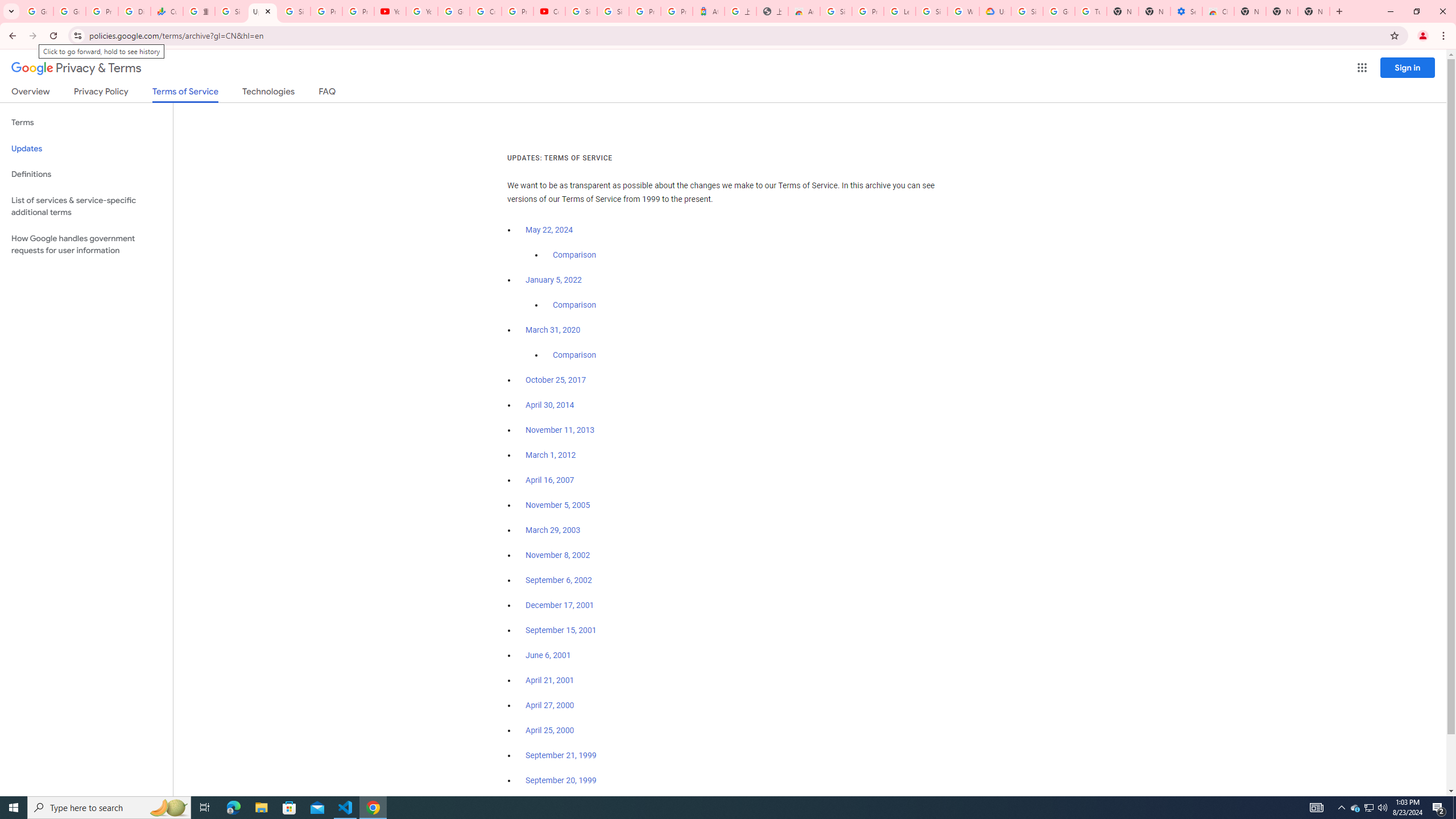  I want to click on 'YouTube', so click(390, 11).